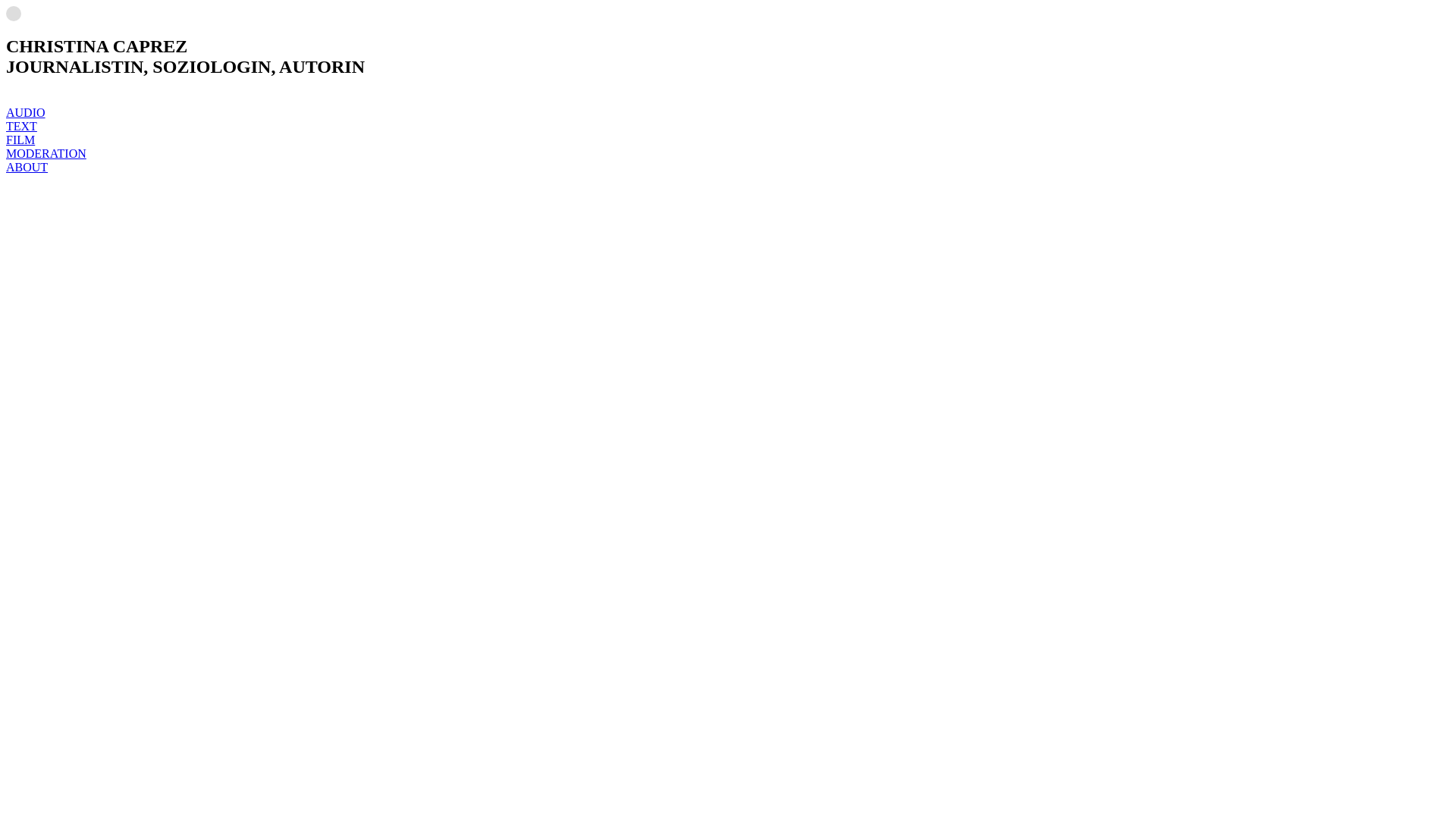 This screenshot has width=1456, height=819. What do you see at coordinates (21, 125) in the screenshot?
I see `'TEXT'` at bounding box center [21, 125].